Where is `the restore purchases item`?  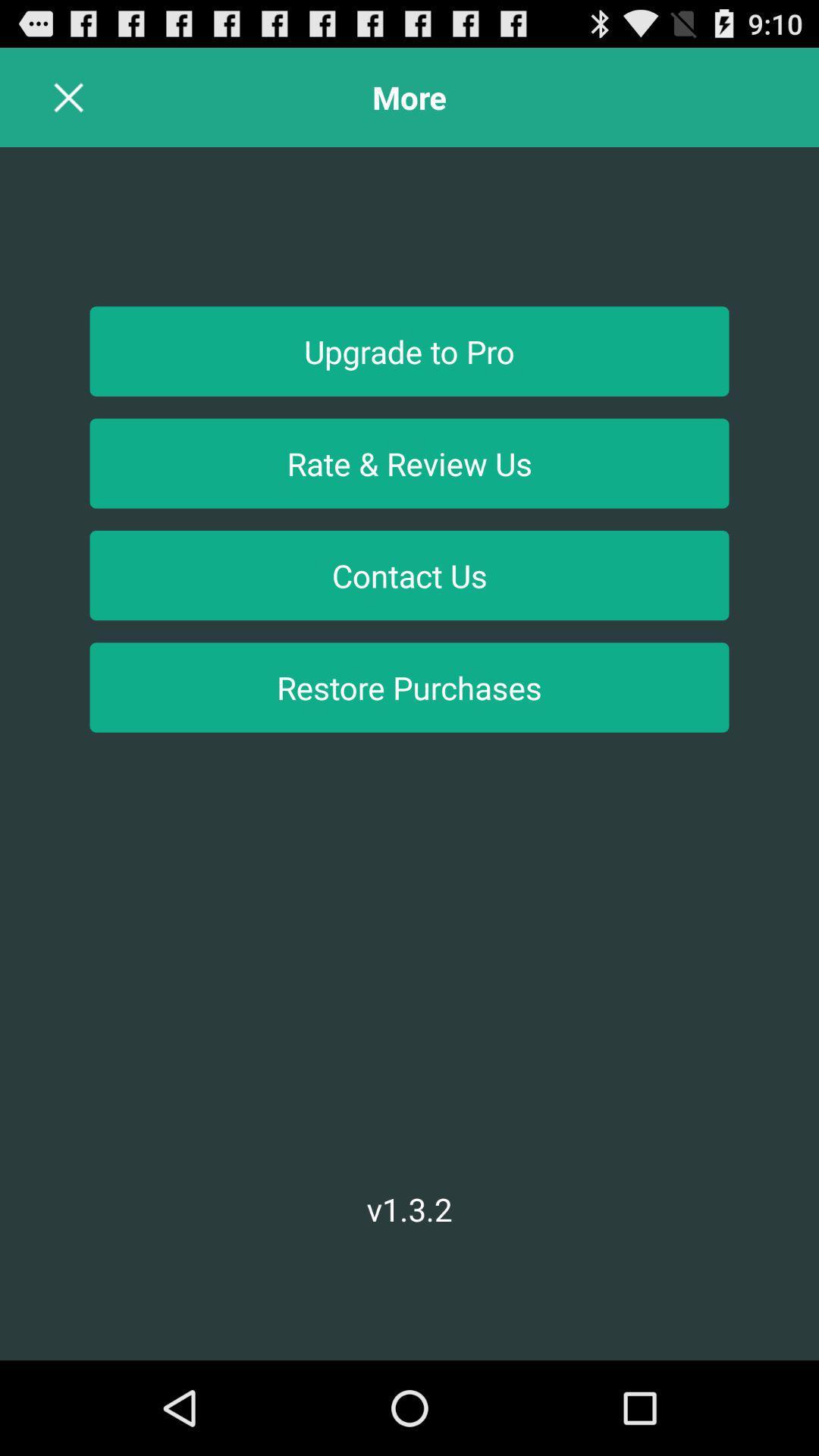
the restore purchases item is located at coordinates (409, 686).